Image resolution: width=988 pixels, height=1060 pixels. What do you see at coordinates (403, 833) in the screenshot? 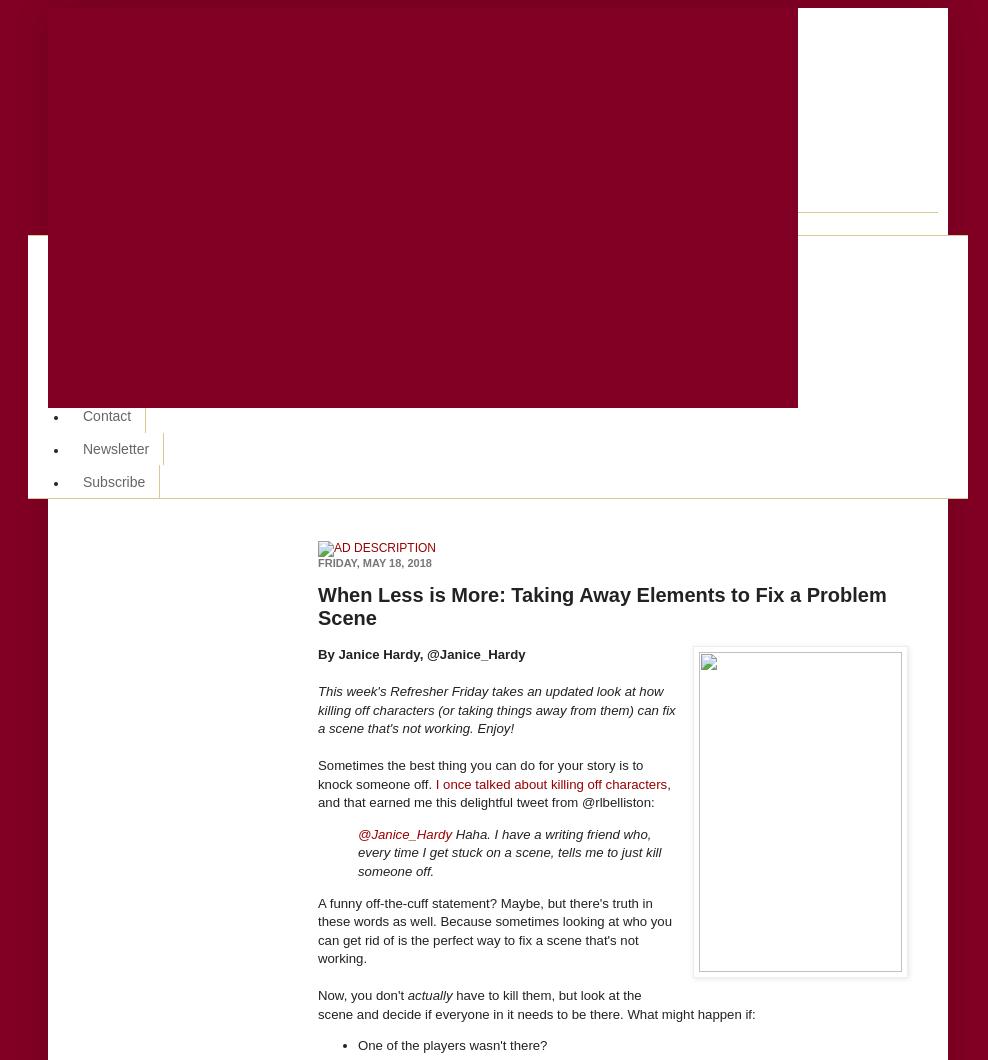
I see `'@Janice_Hardy'` at bounding box center [403, 833].